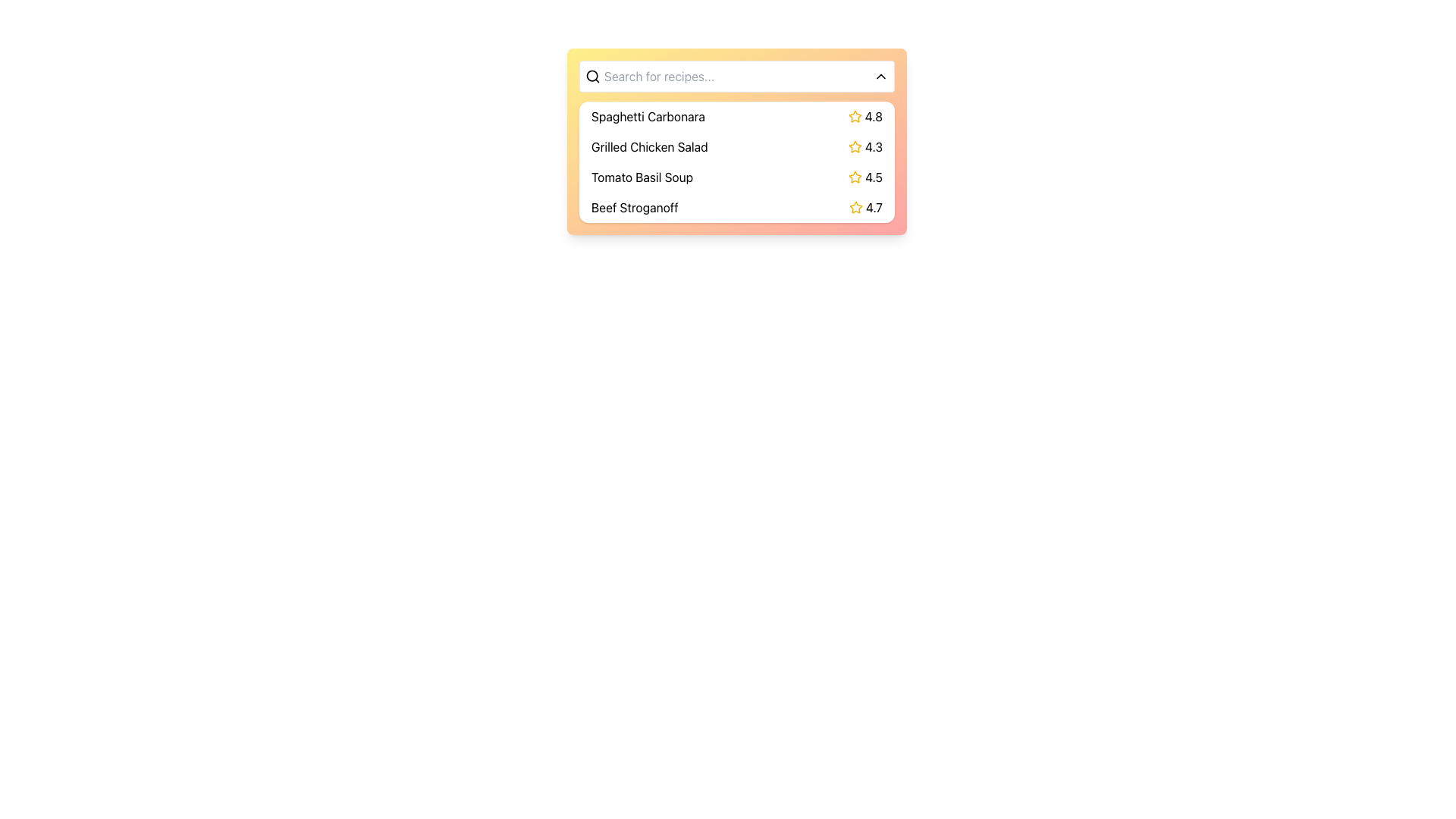  I want to click on the star icon representing the rating metric for 'Grilled Chicken Salad' located beside the text '4.3' in the second entry of the list, so click(855, 146).